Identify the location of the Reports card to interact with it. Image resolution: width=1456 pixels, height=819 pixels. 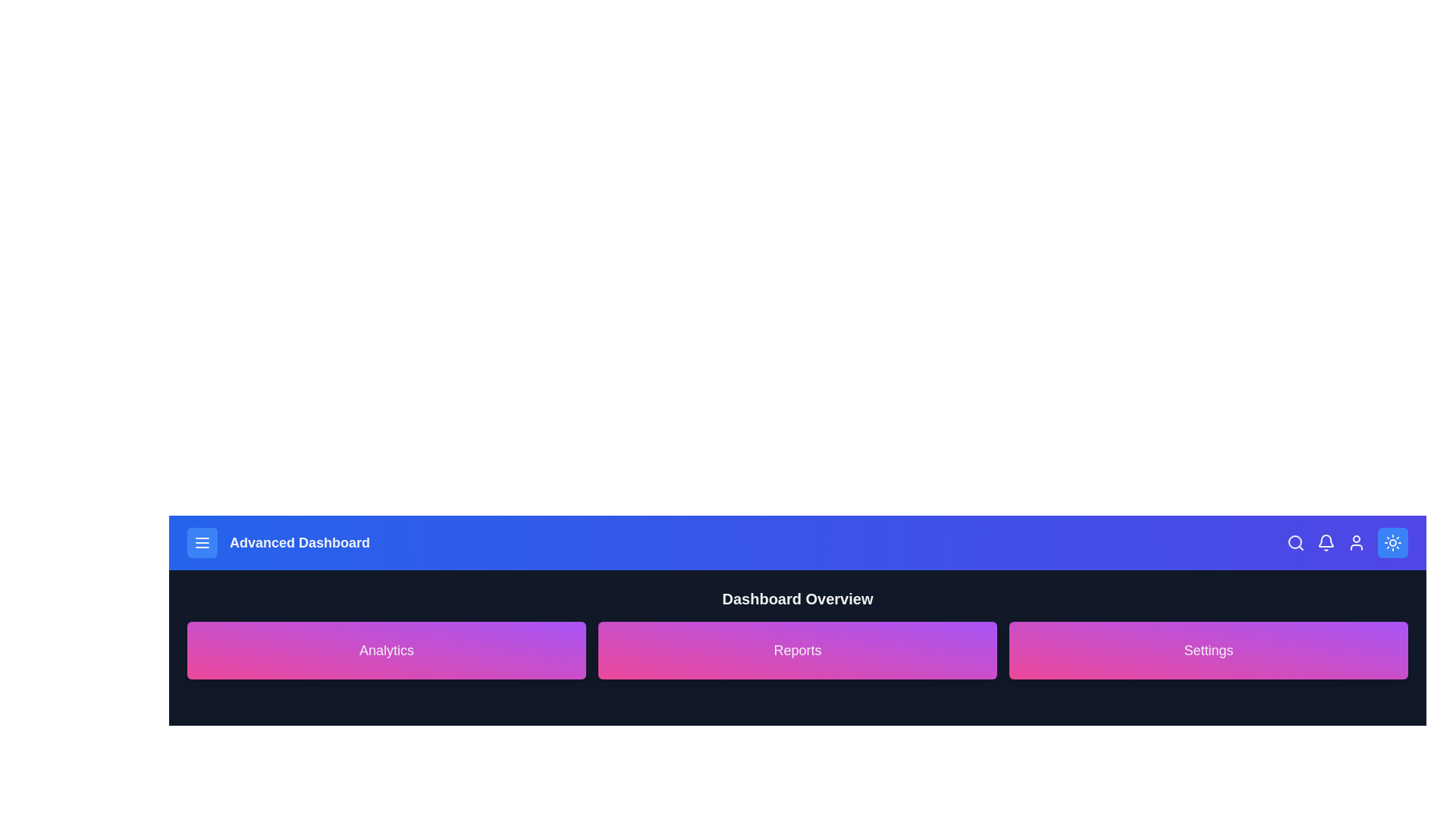
(796, 649).